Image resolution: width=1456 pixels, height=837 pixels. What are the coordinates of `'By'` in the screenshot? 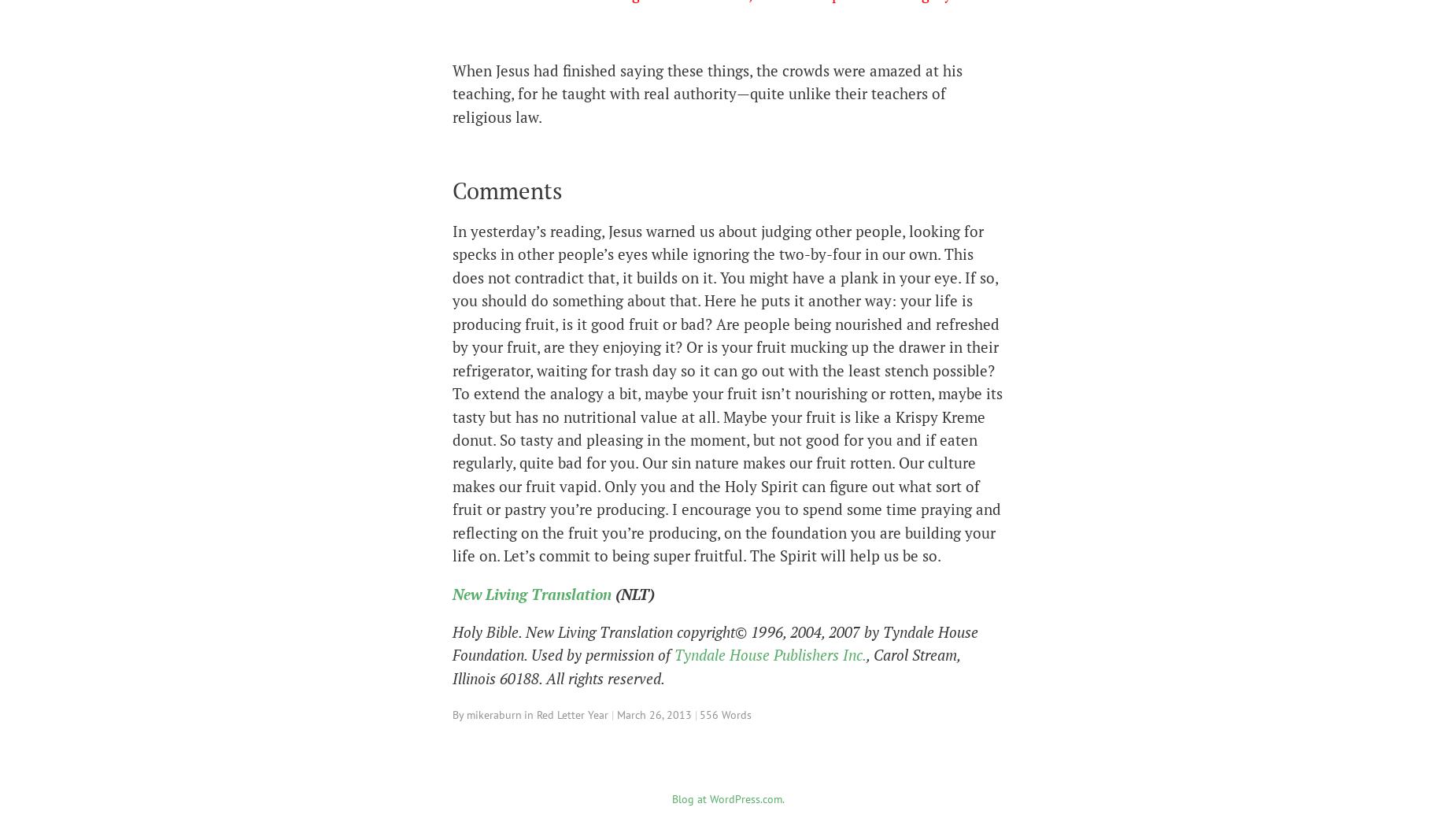 It's located at (460, 714).